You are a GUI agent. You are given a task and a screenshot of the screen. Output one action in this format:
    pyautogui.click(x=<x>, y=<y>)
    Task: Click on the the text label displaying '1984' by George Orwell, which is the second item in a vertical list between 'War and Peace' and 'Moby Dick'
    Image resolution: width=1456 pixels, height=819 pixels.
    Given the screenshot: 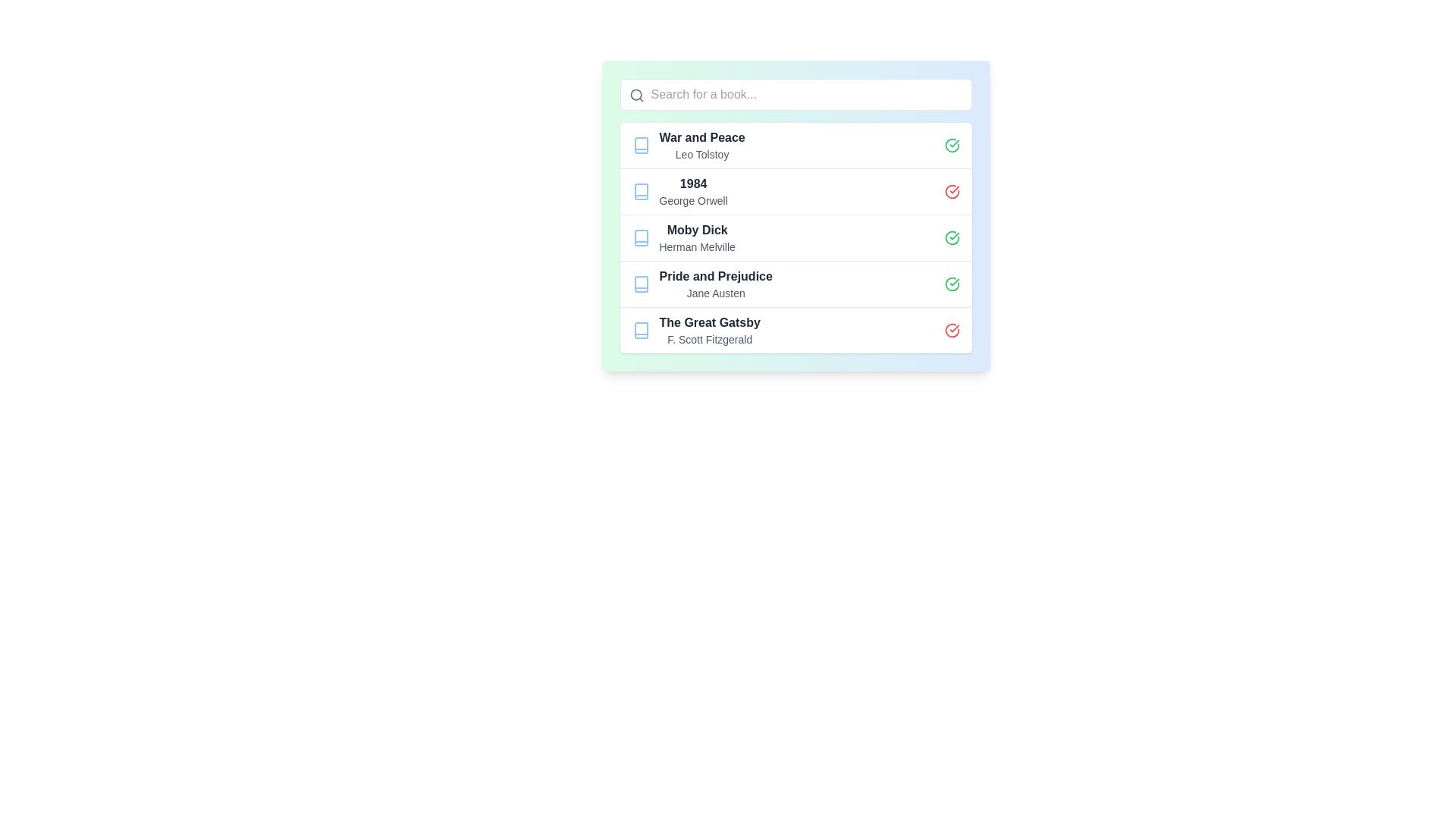 What is the action you would take?
    pyautogui.click(x=692, y=191)
    